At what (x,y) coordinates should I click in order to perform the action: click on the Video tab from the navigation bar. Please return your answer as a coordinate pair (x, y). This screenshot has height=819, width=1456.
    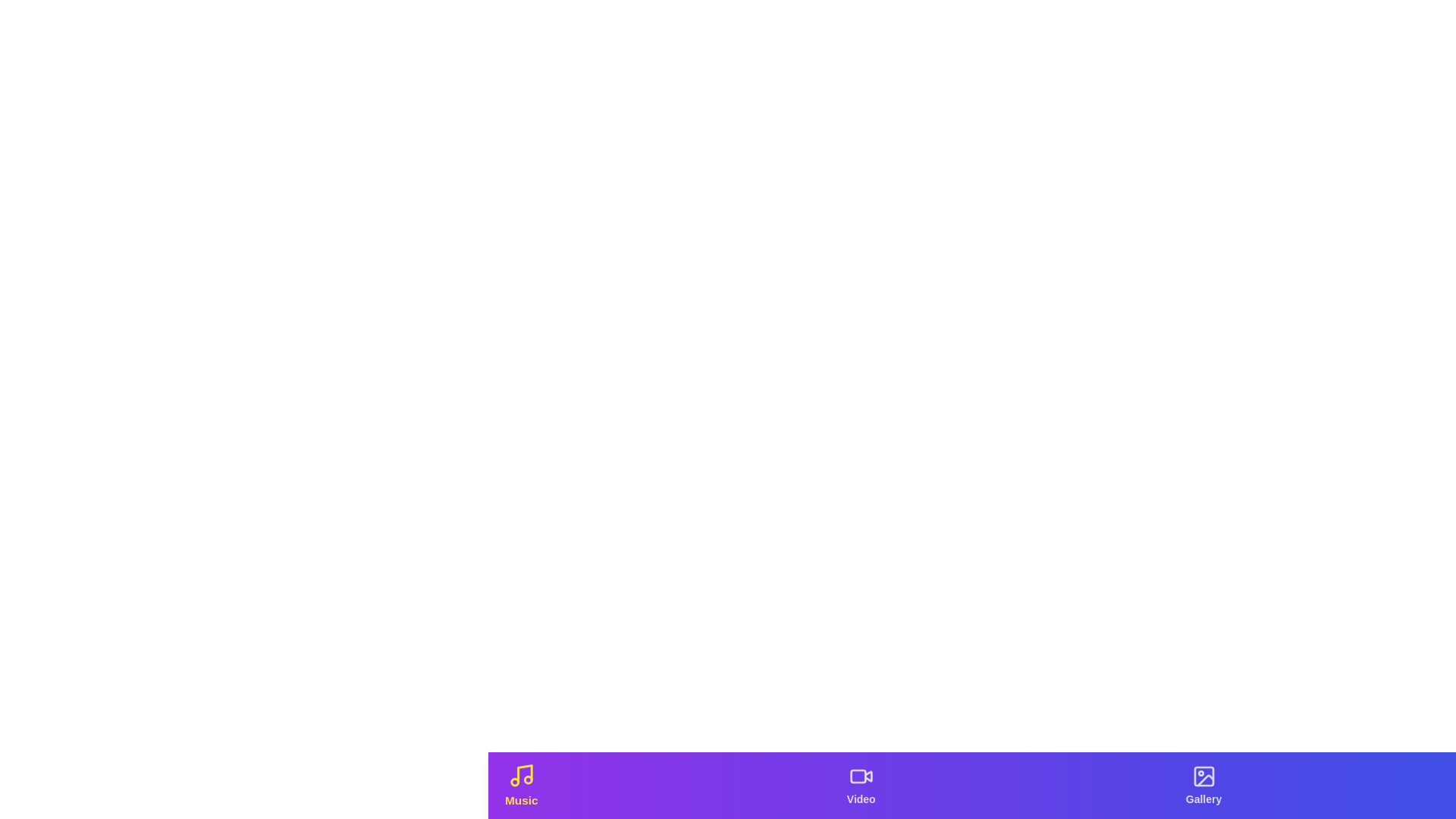
    Looking at the image, I should click on (861, 785).